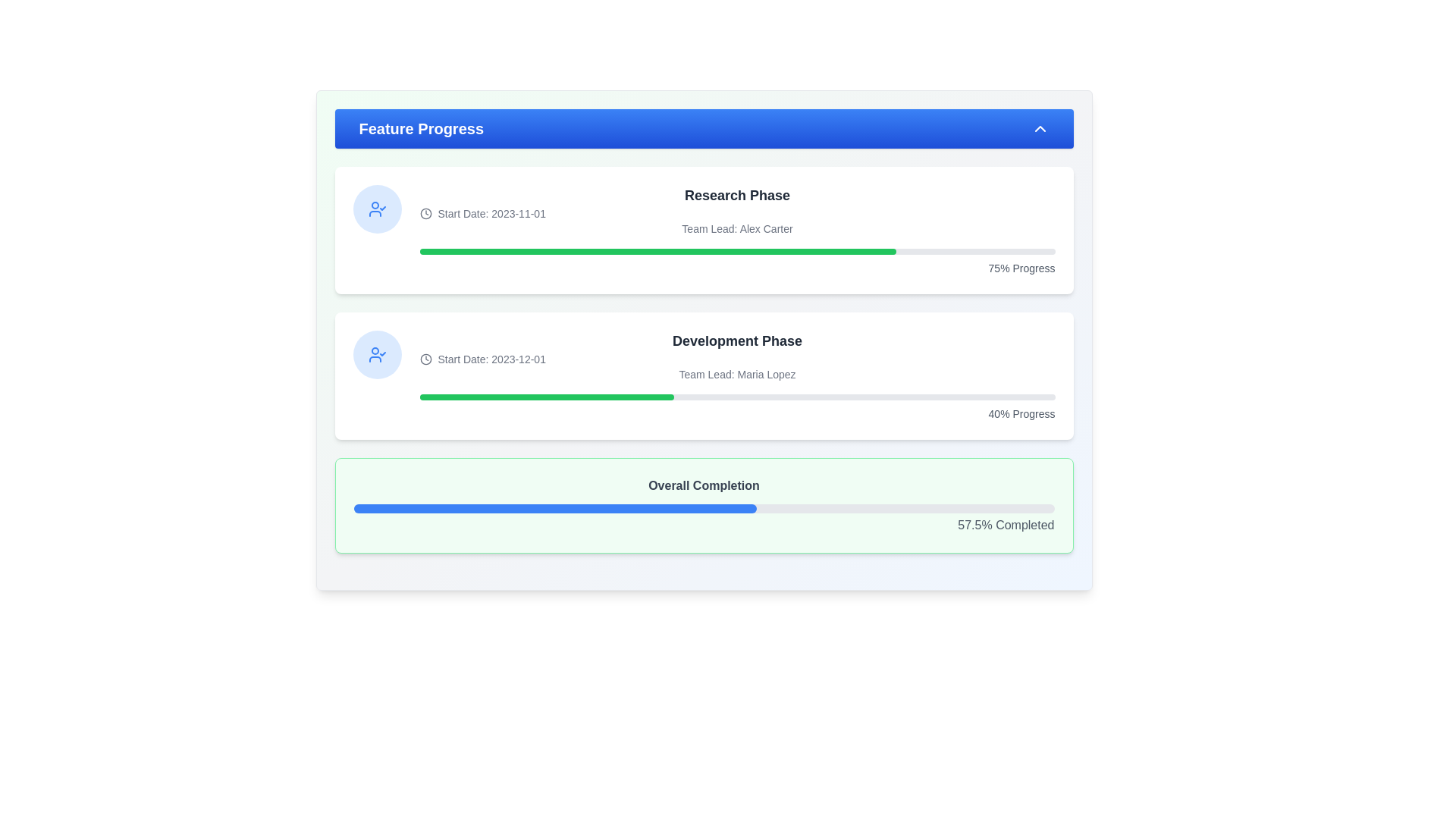  What do you see at coordinates (377, 354) in the screenshot?
I see `the circular icon with a blue background and user-checkmark symbol located at the top-left corner of the 'Development Phase' card` at bounding box center [377, 354].